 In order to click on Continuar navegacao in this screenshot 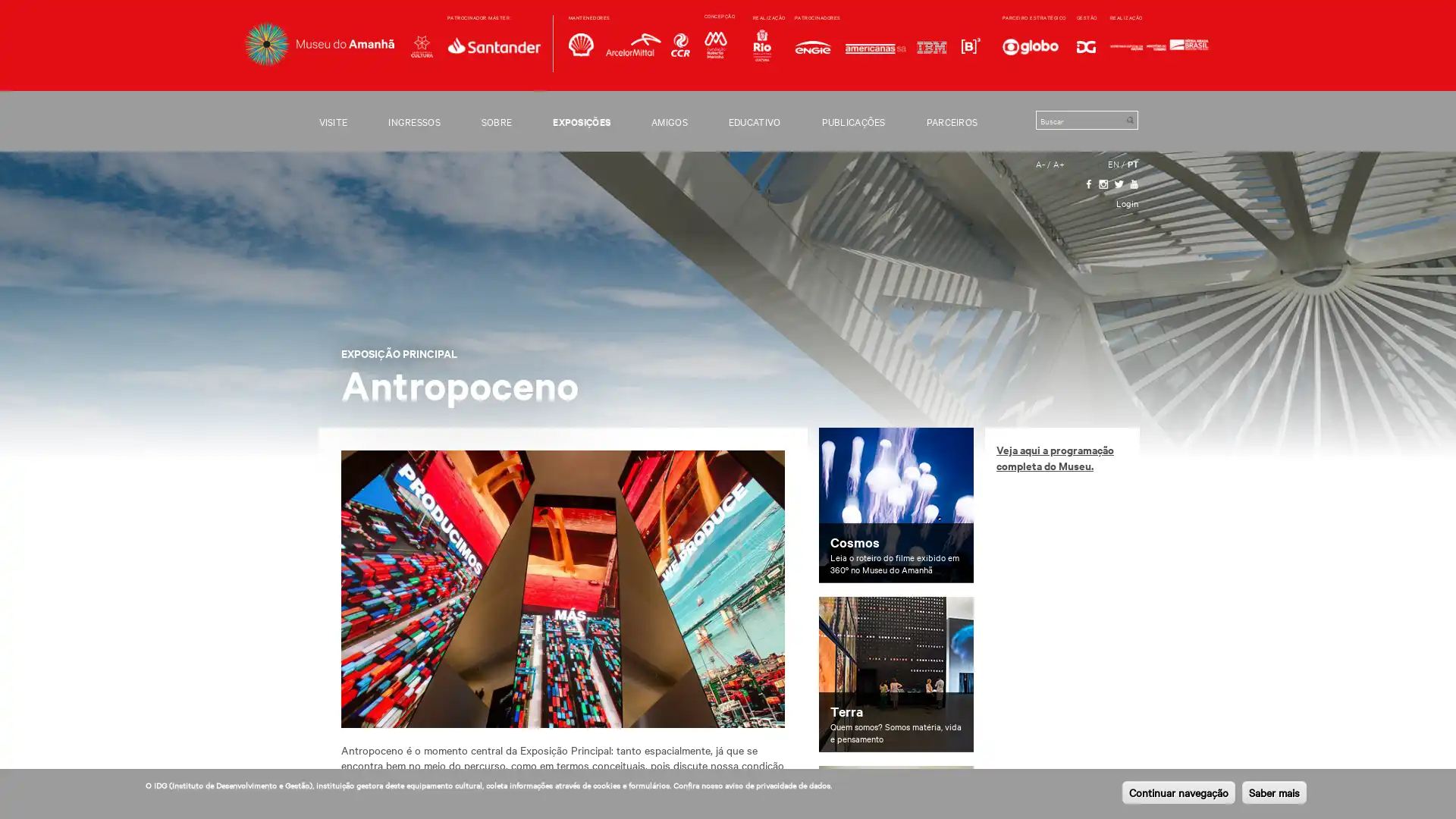, I will do `click(1178, 792)`.